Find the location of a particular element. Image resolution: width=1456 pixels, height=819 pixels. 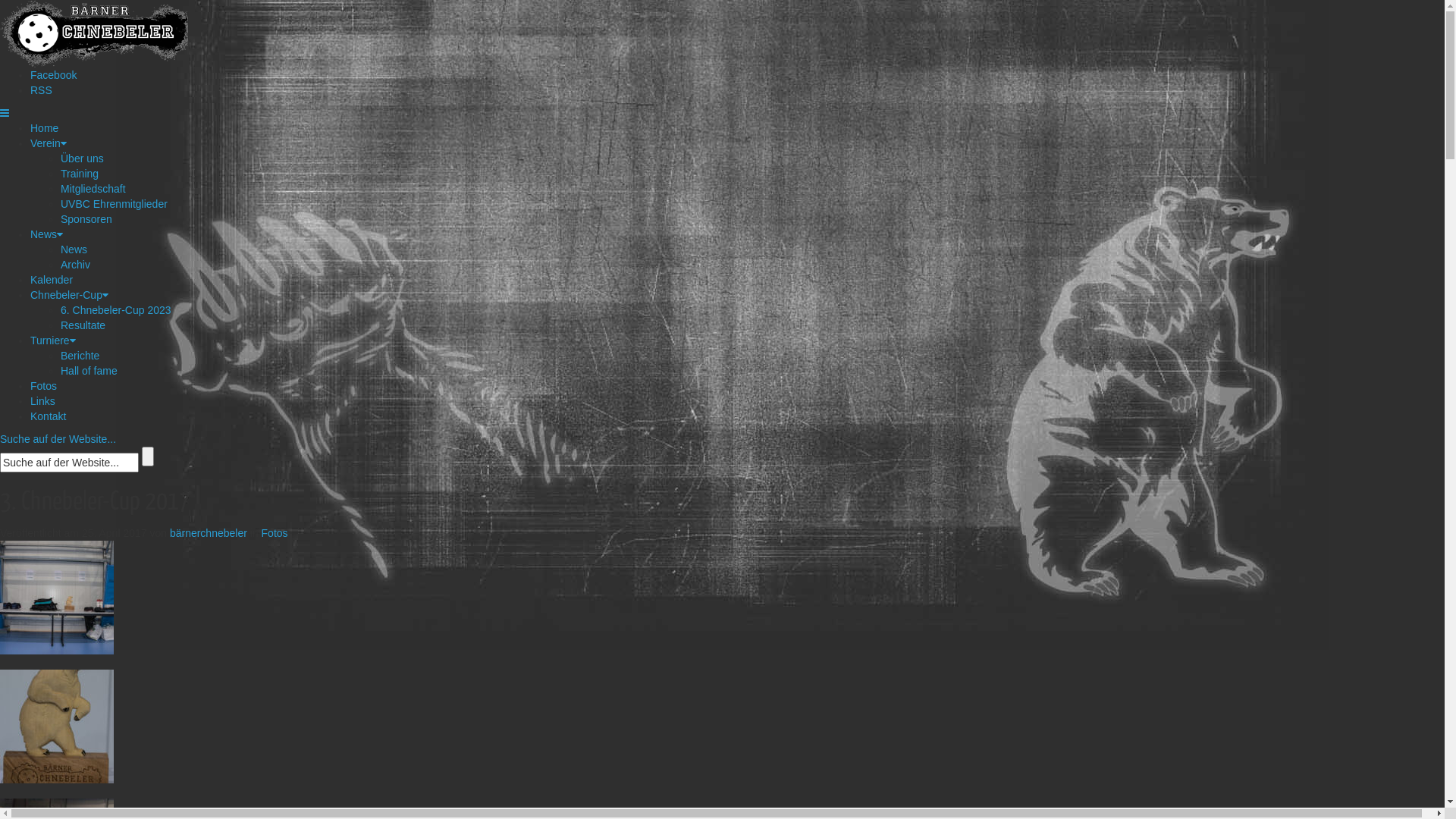

'Fotos' is located at coordinates (275, 532).